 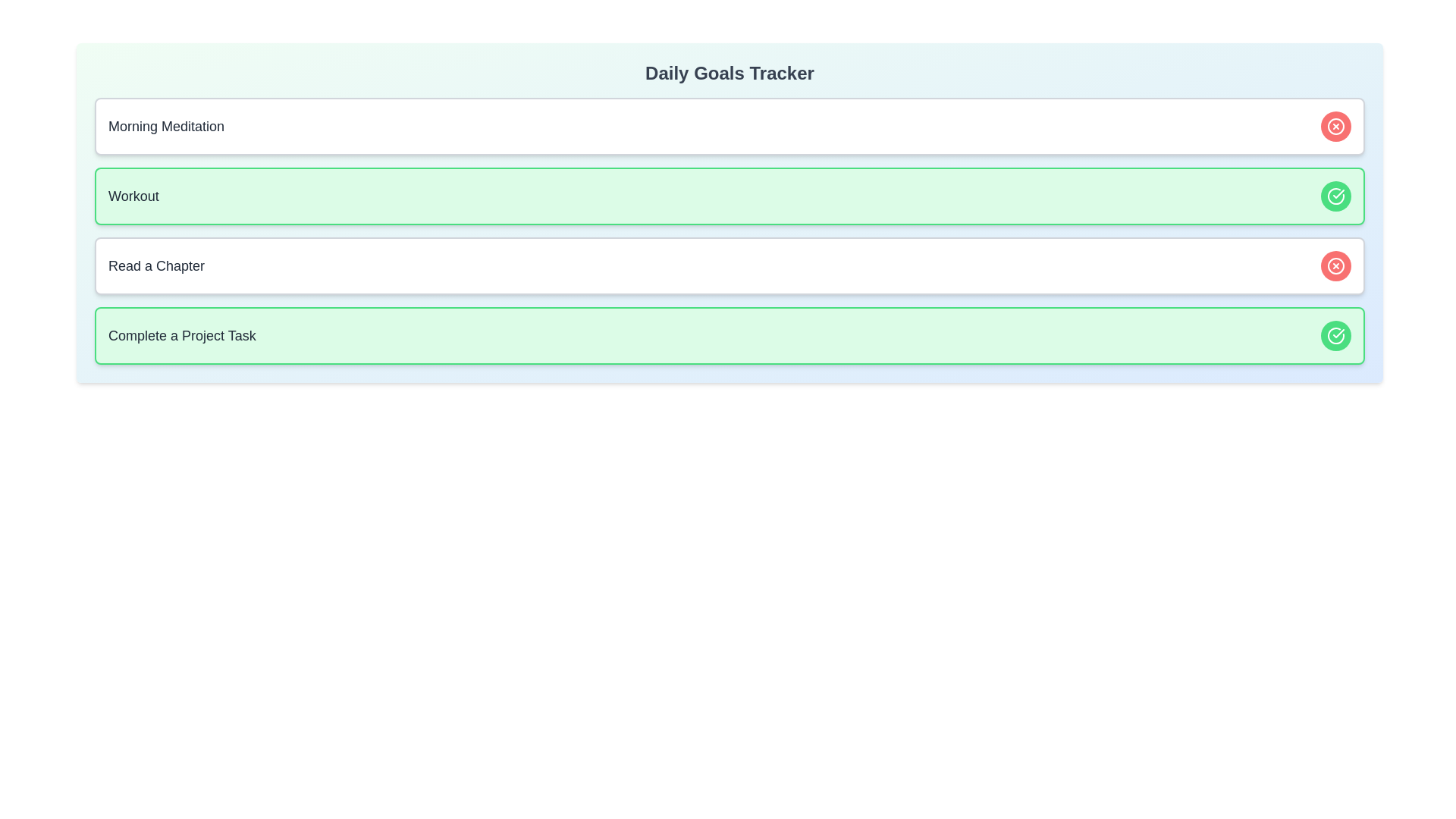 What do you see at coordinates (182, 335) in the screenshot?
I see `the content of the goal titled Complete a Project Task` at bounding box center [182, 335].